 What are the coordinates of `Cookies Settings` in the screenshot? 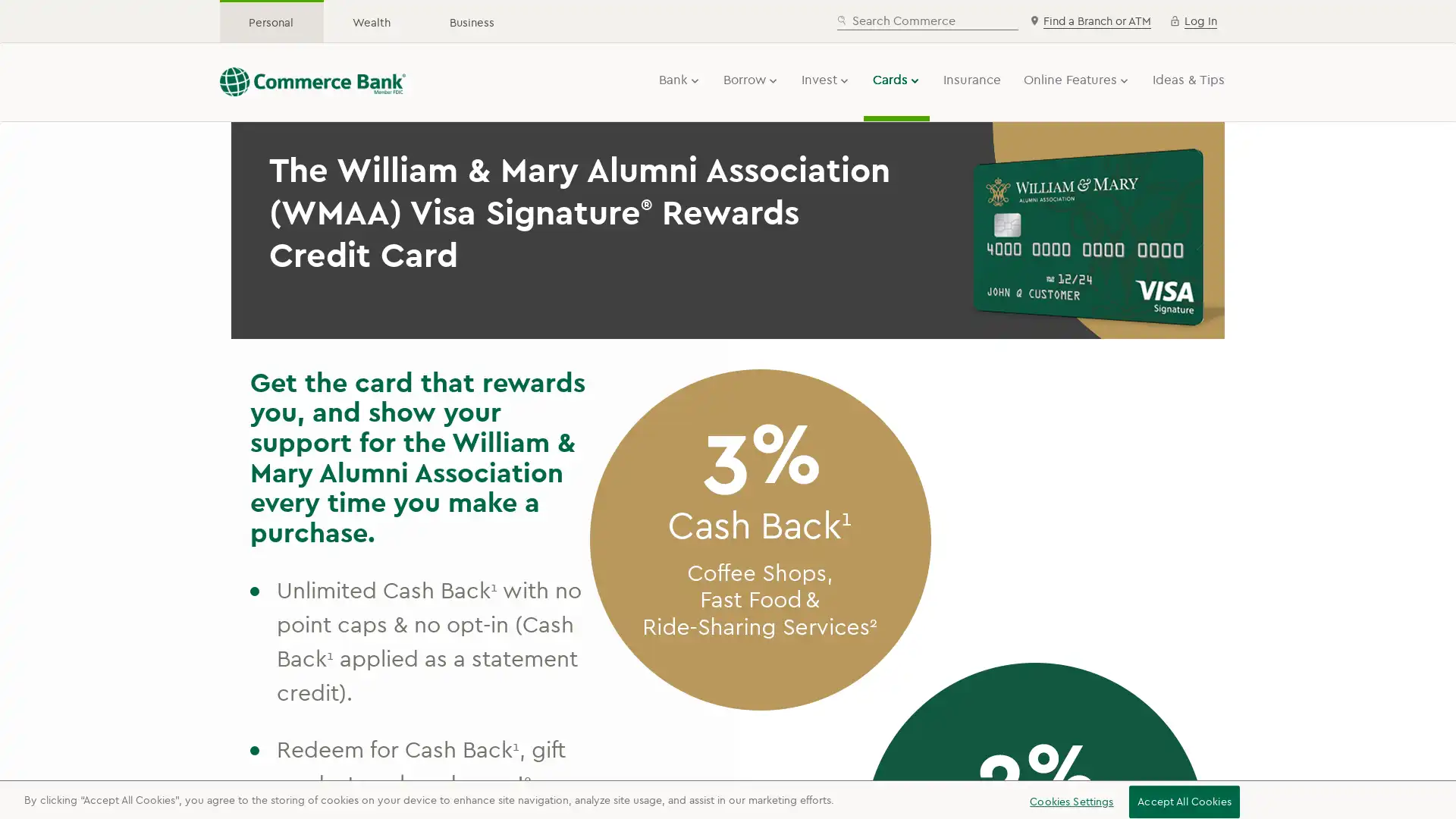 It's located at (1066, 800).